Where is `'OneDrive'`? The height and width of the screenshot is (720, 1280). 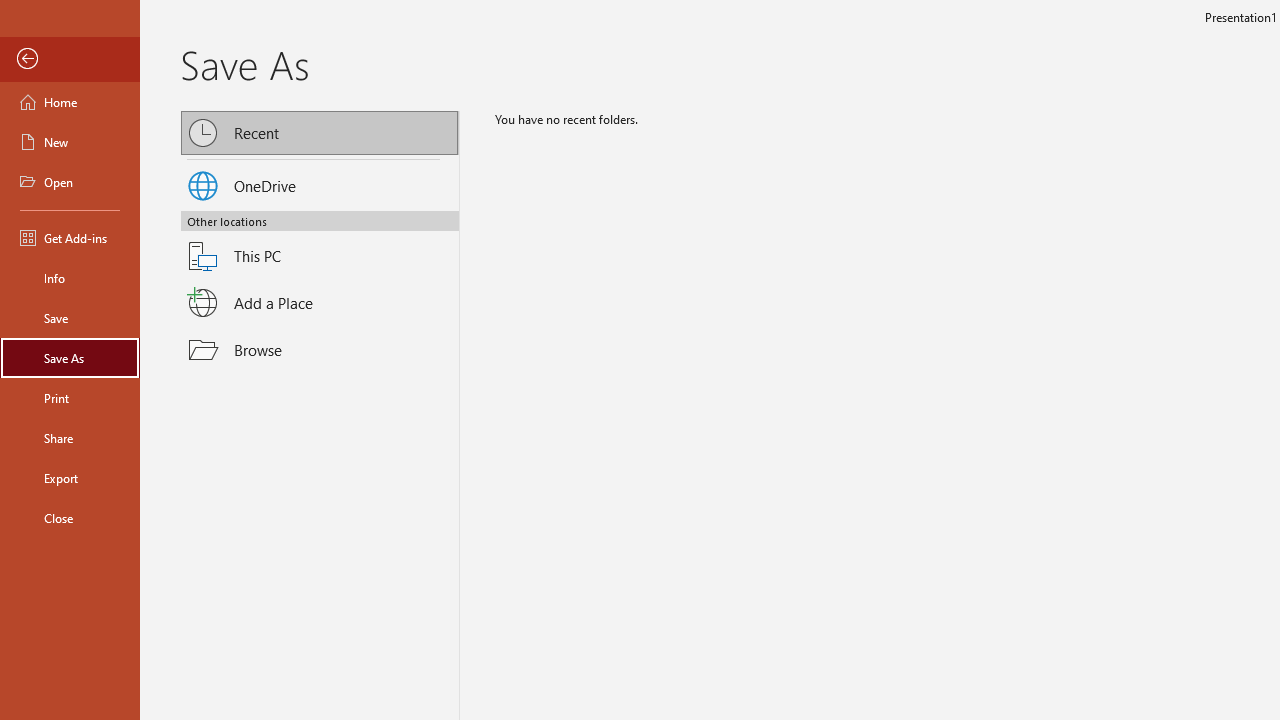 'OneDrive' is located at coordinates (320, 182).